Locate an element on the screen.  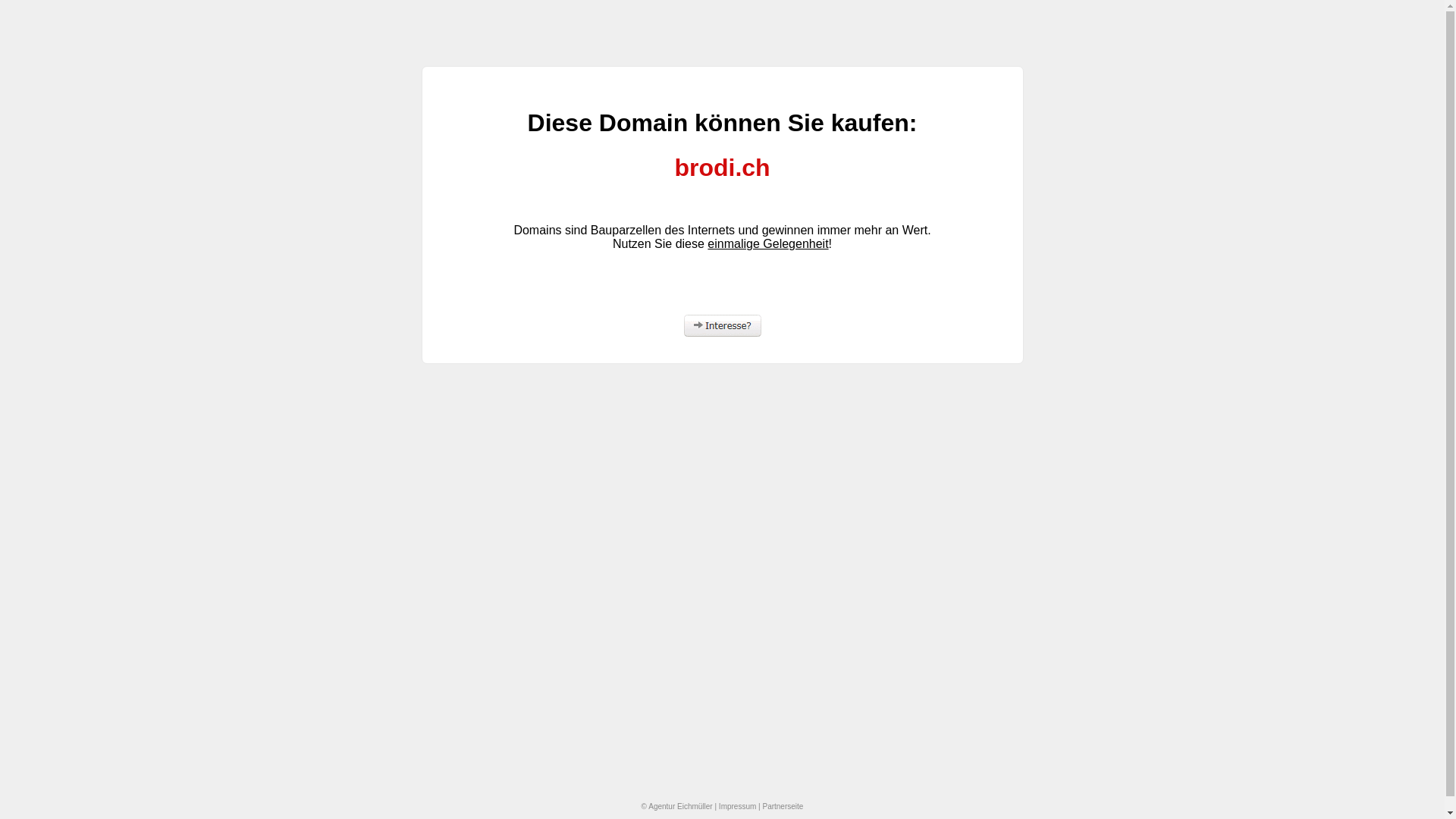
'Partnerseite' is located at coordinates (761, 805).